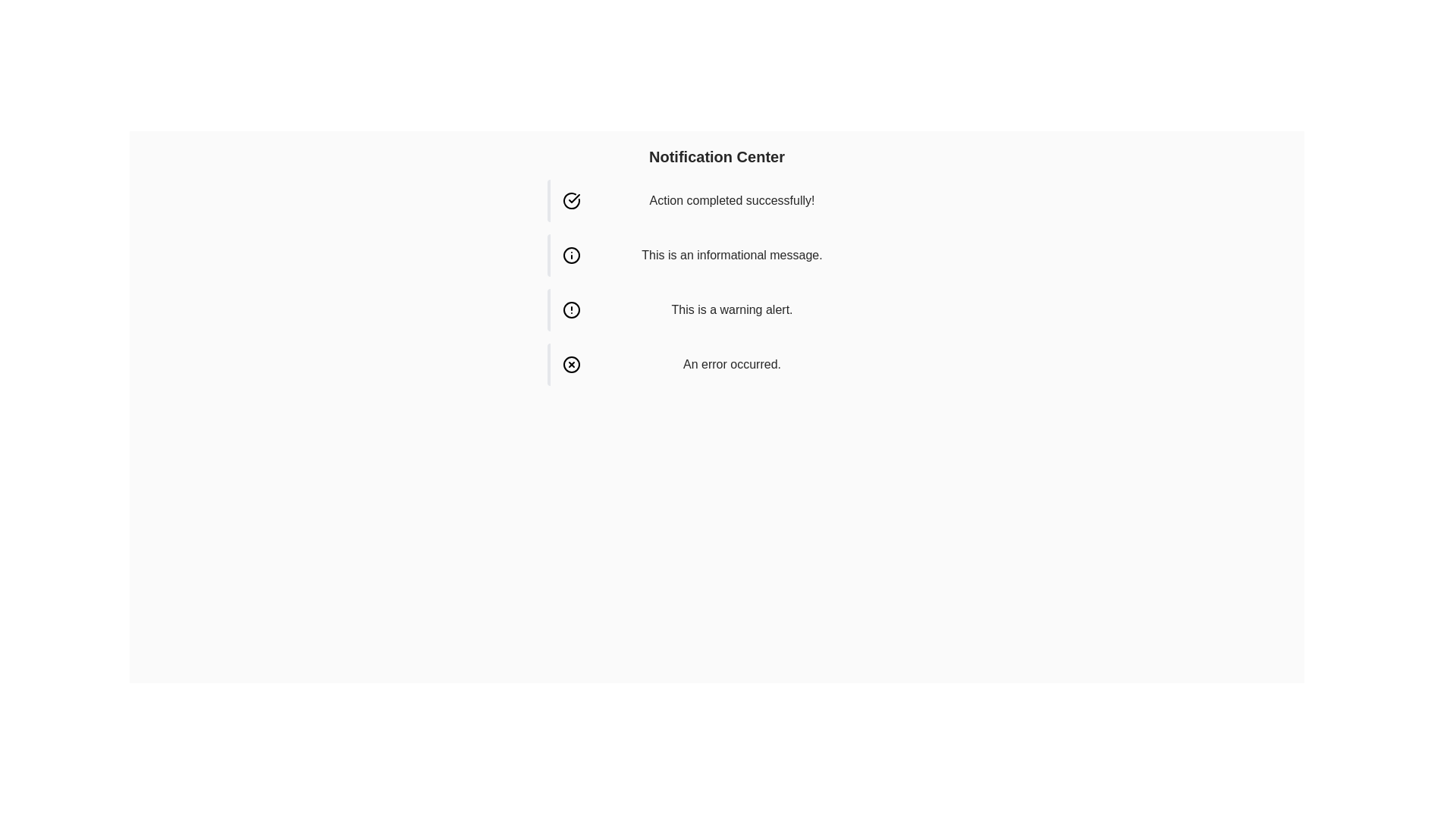  What do you see at coordinates (732, 309) in the screenshot?
I see `the text block displaying the message 'This is a warning alert.' which is the third item in the list of alerts` at bounding box center [732, 309].